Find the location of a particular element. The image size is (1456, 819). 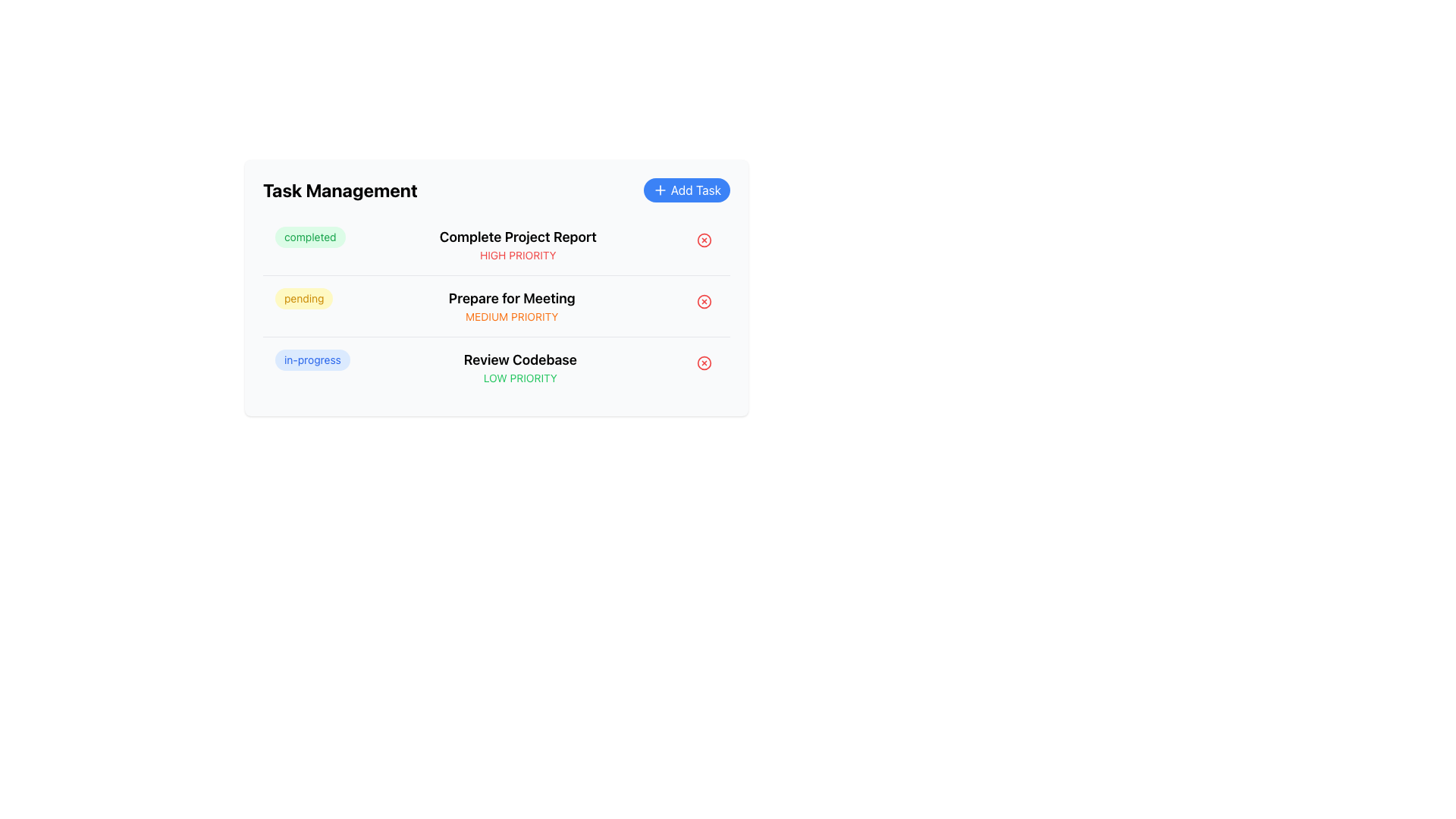

the text label 'MEDIUM PRIORITY' which is styled in bright orange and positioned directly below the task title 'Prepare for Meeting' in the task management UI is located at coordinates (512, 315).